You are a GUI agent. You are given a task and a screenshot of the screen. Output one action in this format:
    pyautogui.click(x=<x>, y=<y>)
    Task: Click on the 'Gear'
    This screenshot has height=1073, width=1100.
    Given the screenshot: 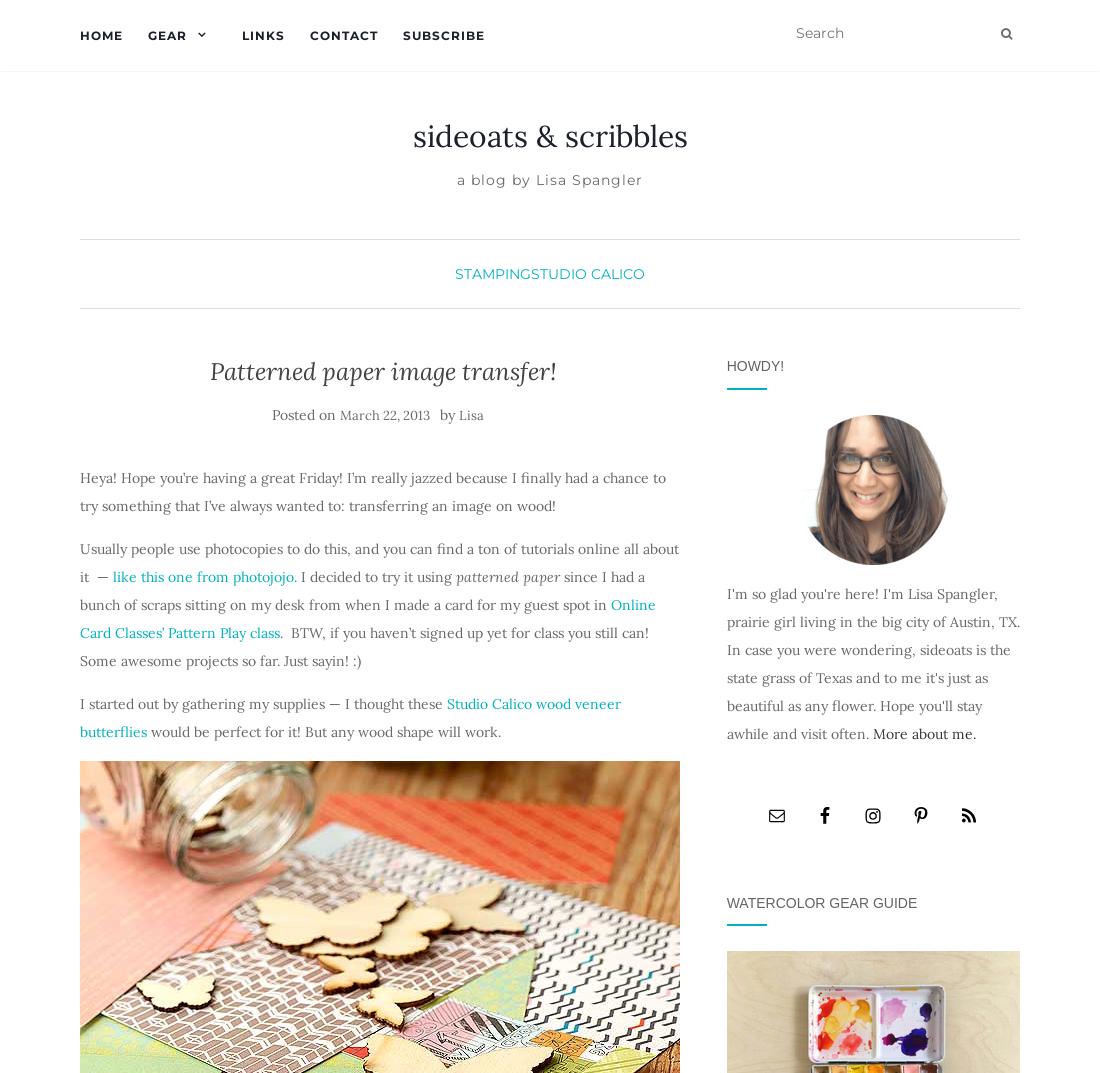 What is the action you would take?
    pyautogui.click(x=166, y=34)
    